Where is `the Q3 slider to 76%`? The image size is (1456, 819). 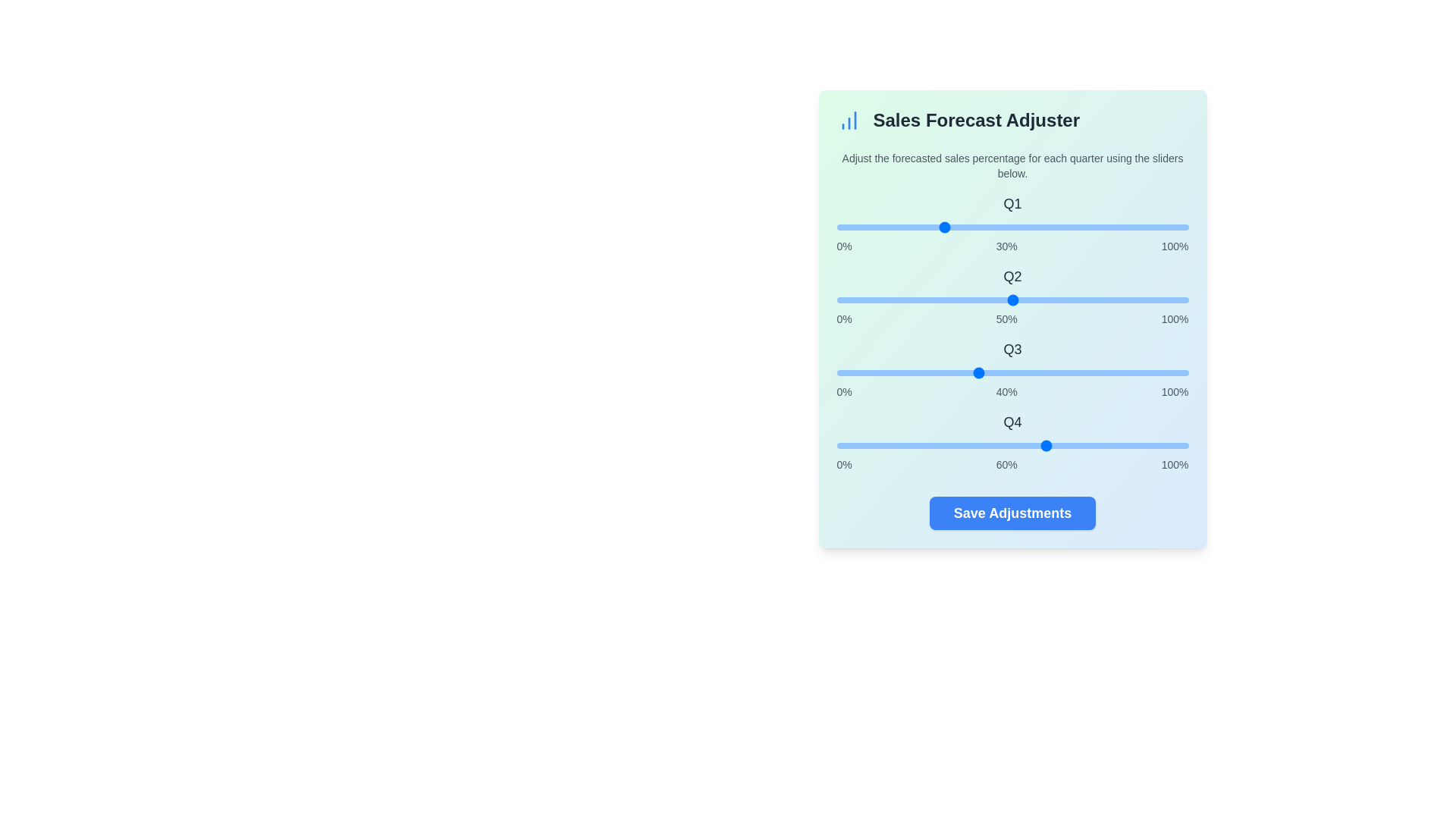 the Q3 slider to 76% is located at coordinates (1104, 373).